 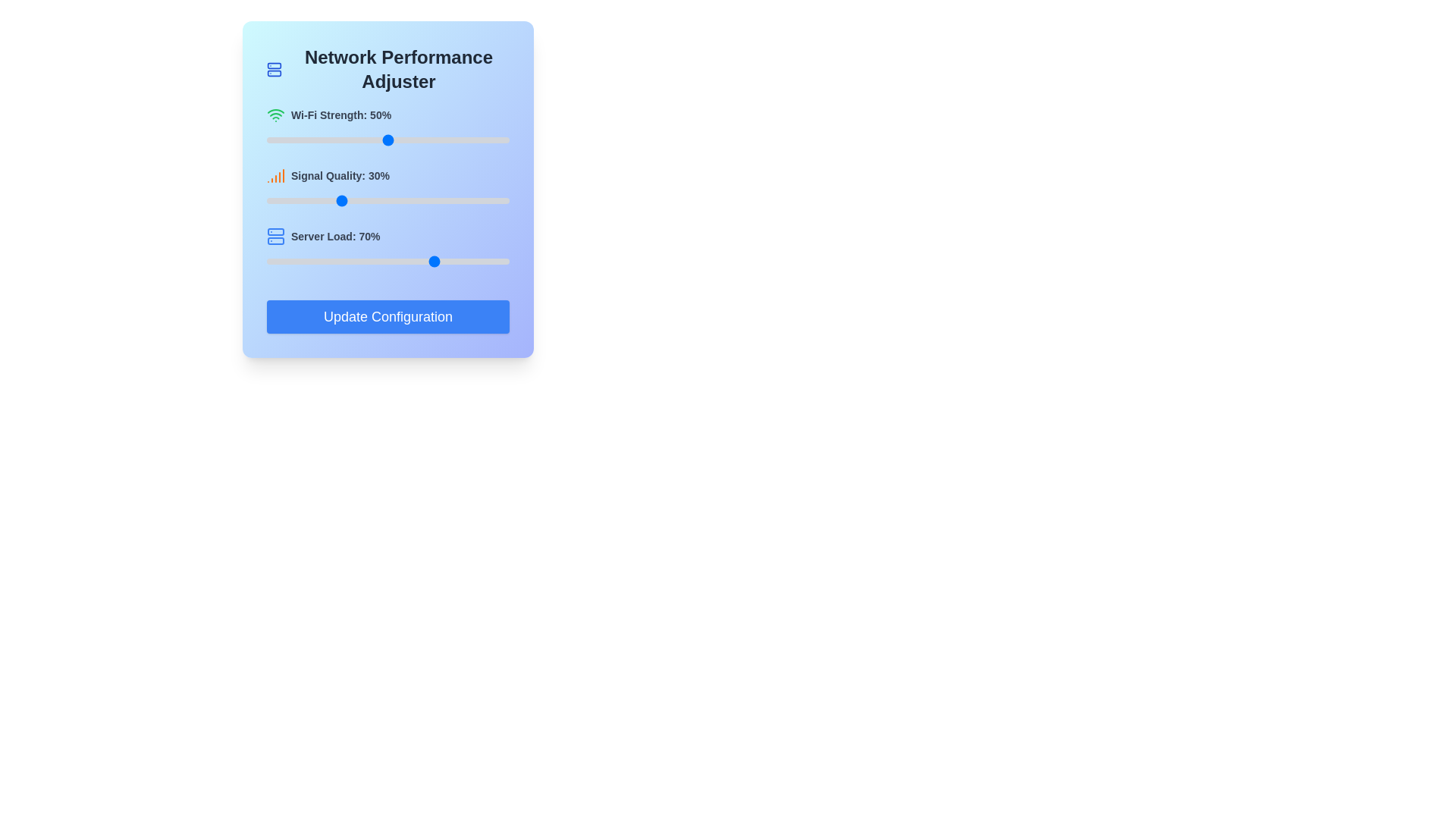 What do you see at coordinates (403, 140) in the screenshot?
I see `Wi-Fi strength` at bounding box center [403, 140].